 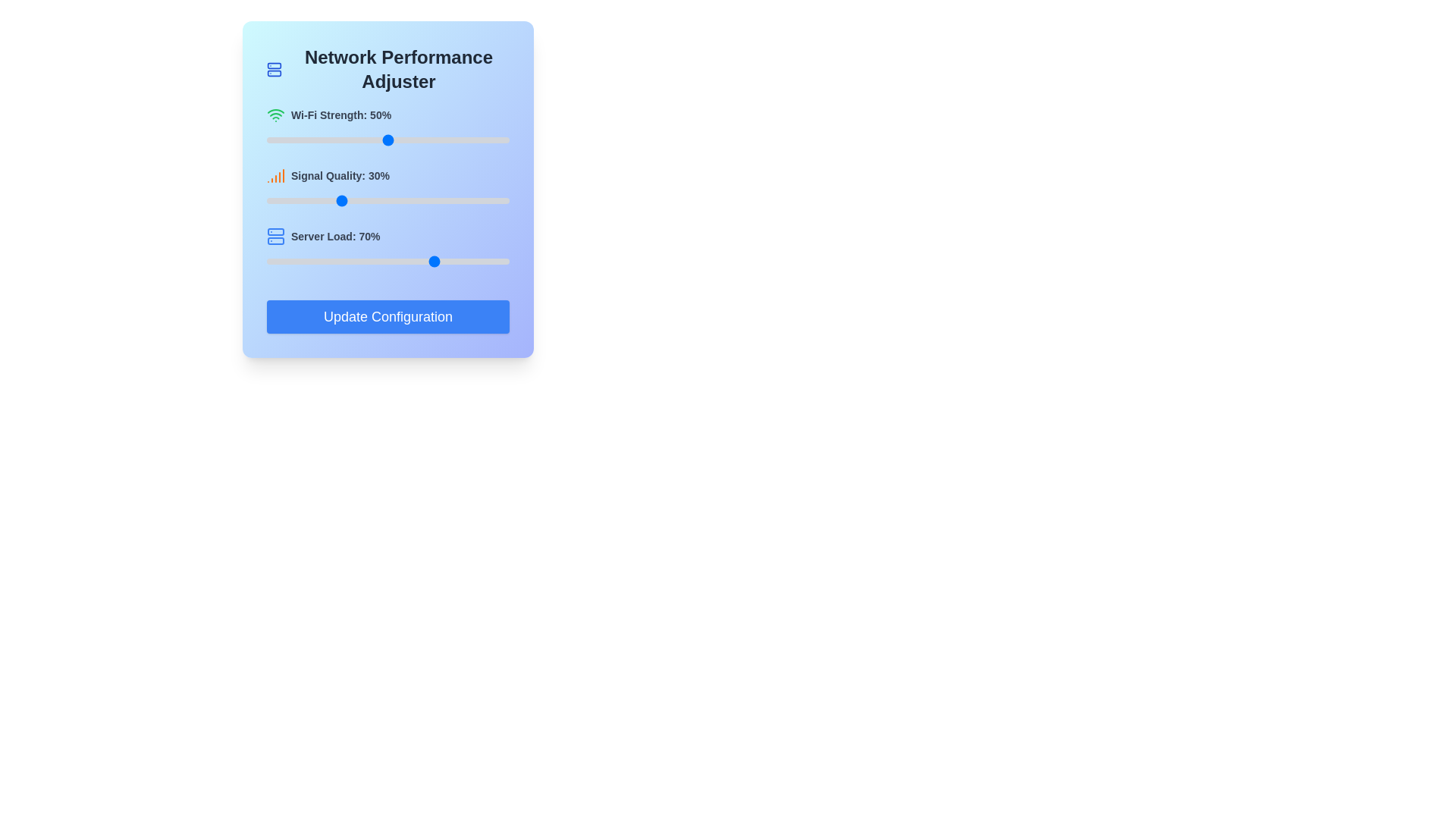 What do you see at coordinates (403, 140) in the screenshot?
I see `Wi-Fi strength` at bounding box center [403, 140].